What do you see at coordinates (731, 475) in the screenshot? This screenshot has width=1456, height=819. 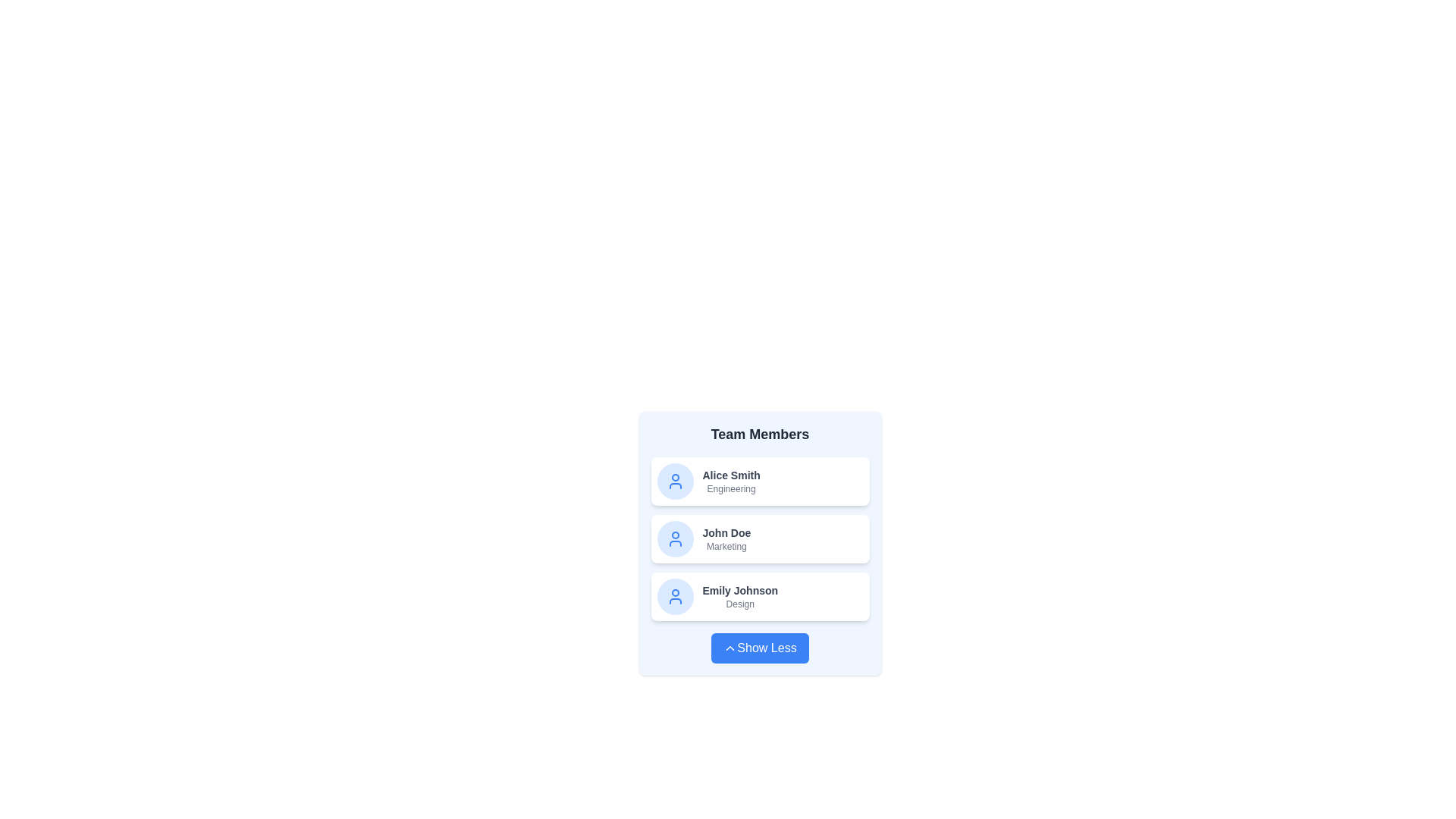 I see `the text label that serves as the title for the individual listed in the first team member card in the 'Team Members' section, which is centrally aligned above the text 'Engineering'` at bounding box center [731, 475].